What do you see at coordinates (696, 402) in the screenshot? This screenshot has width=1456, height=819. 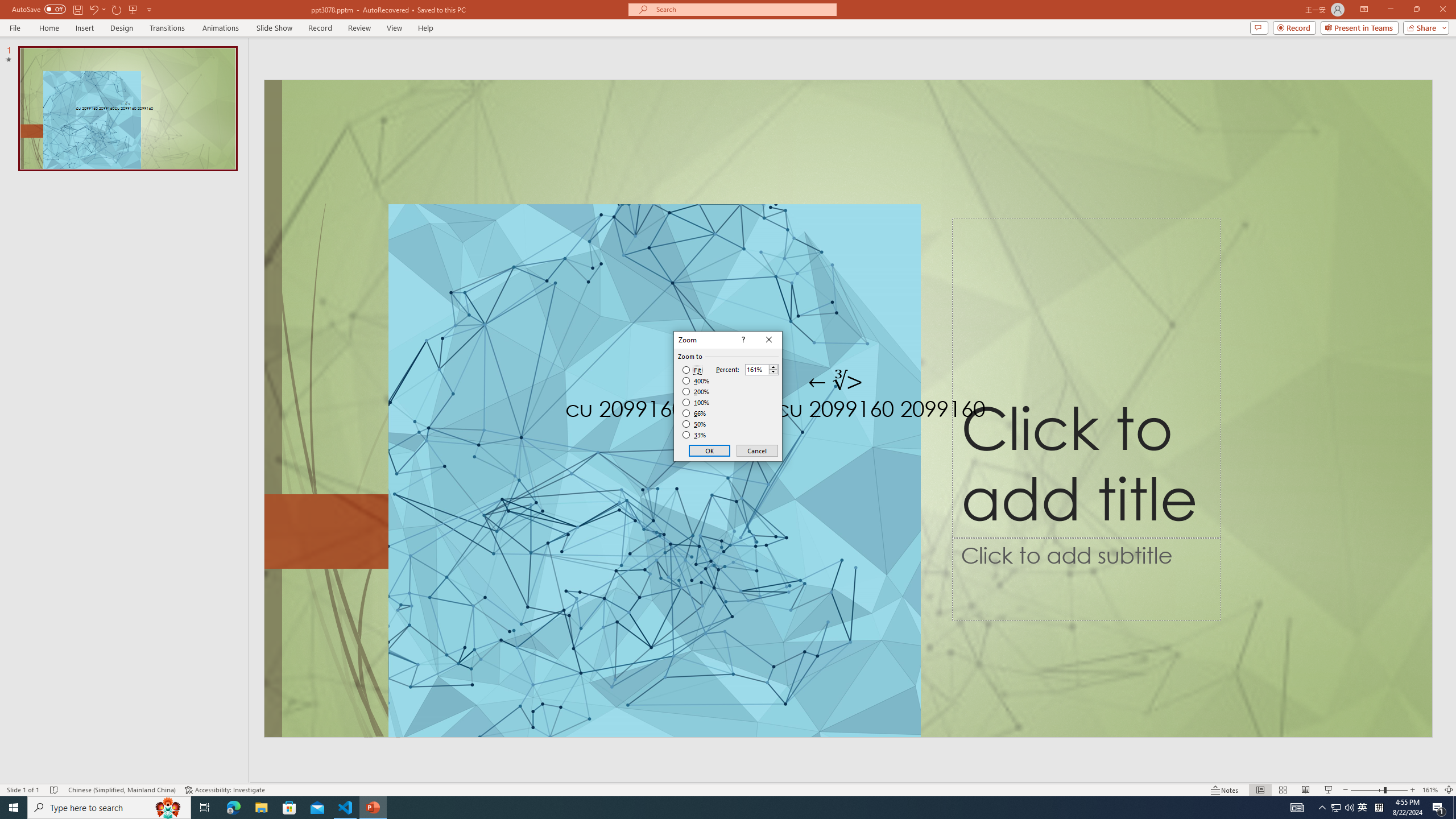 I see `'100%'` at bounding box center [696, 402].